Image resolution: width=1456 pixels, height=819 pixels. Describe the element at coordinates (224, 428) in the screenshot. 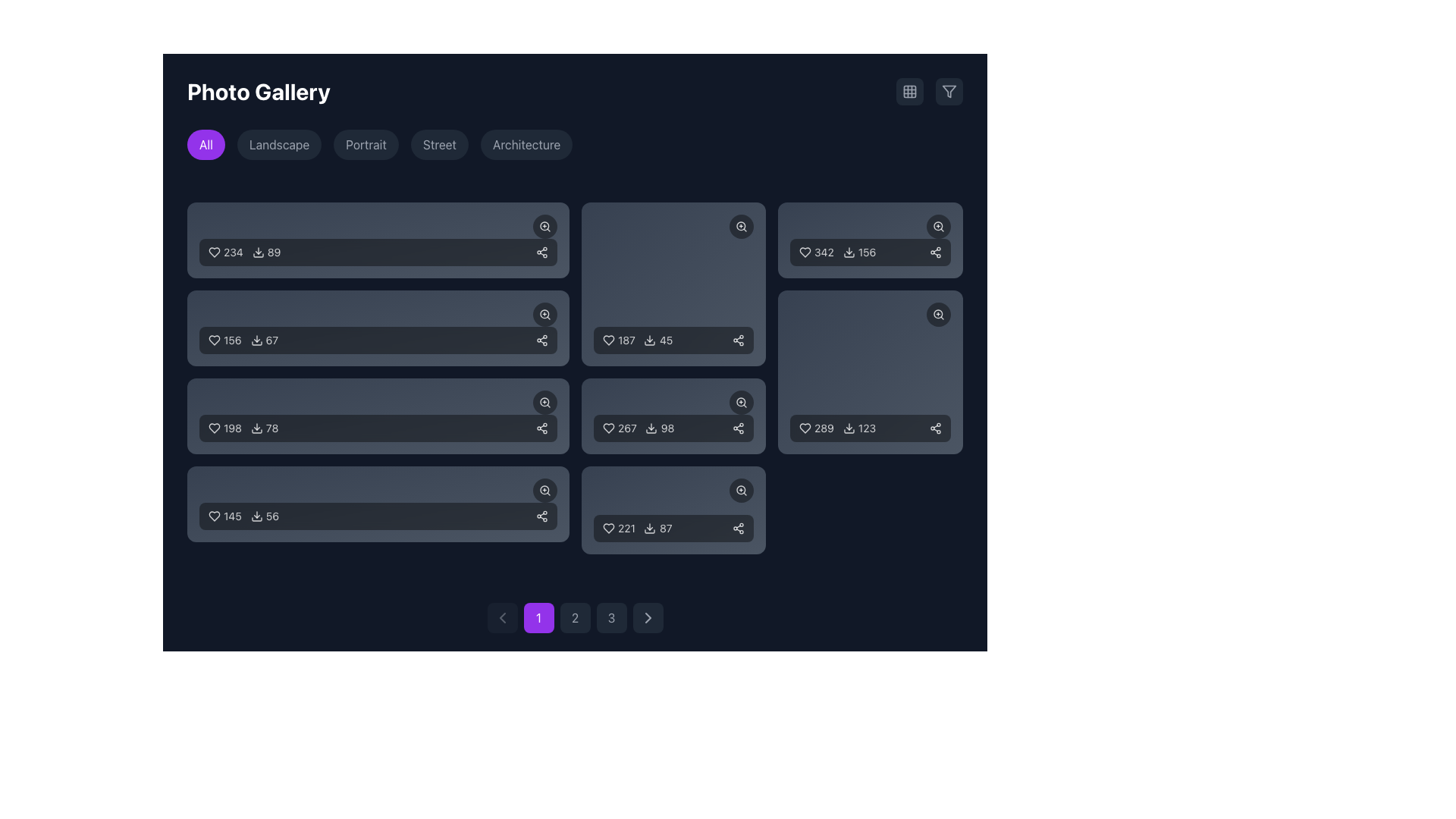

I see `the Like counter with the numeric value '198' and heart icon` at that location.